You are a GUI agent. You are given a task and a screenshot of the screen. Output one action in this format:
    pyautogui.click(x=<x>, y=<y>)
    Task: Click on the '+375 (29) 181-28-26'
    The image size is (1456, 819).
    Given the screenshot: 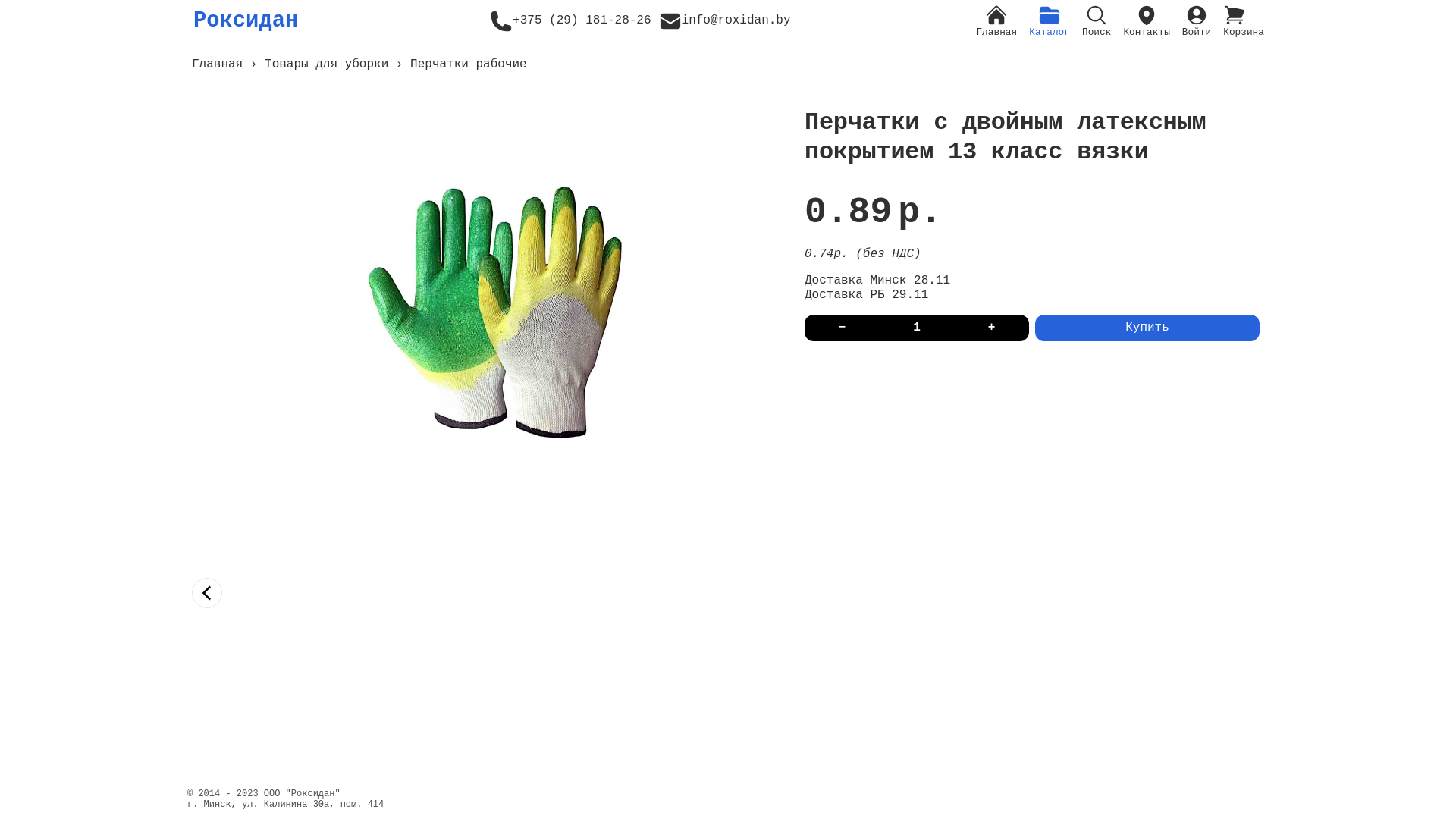 What is the action you would take?
    pyautogui.click(x=570, y=20)
    